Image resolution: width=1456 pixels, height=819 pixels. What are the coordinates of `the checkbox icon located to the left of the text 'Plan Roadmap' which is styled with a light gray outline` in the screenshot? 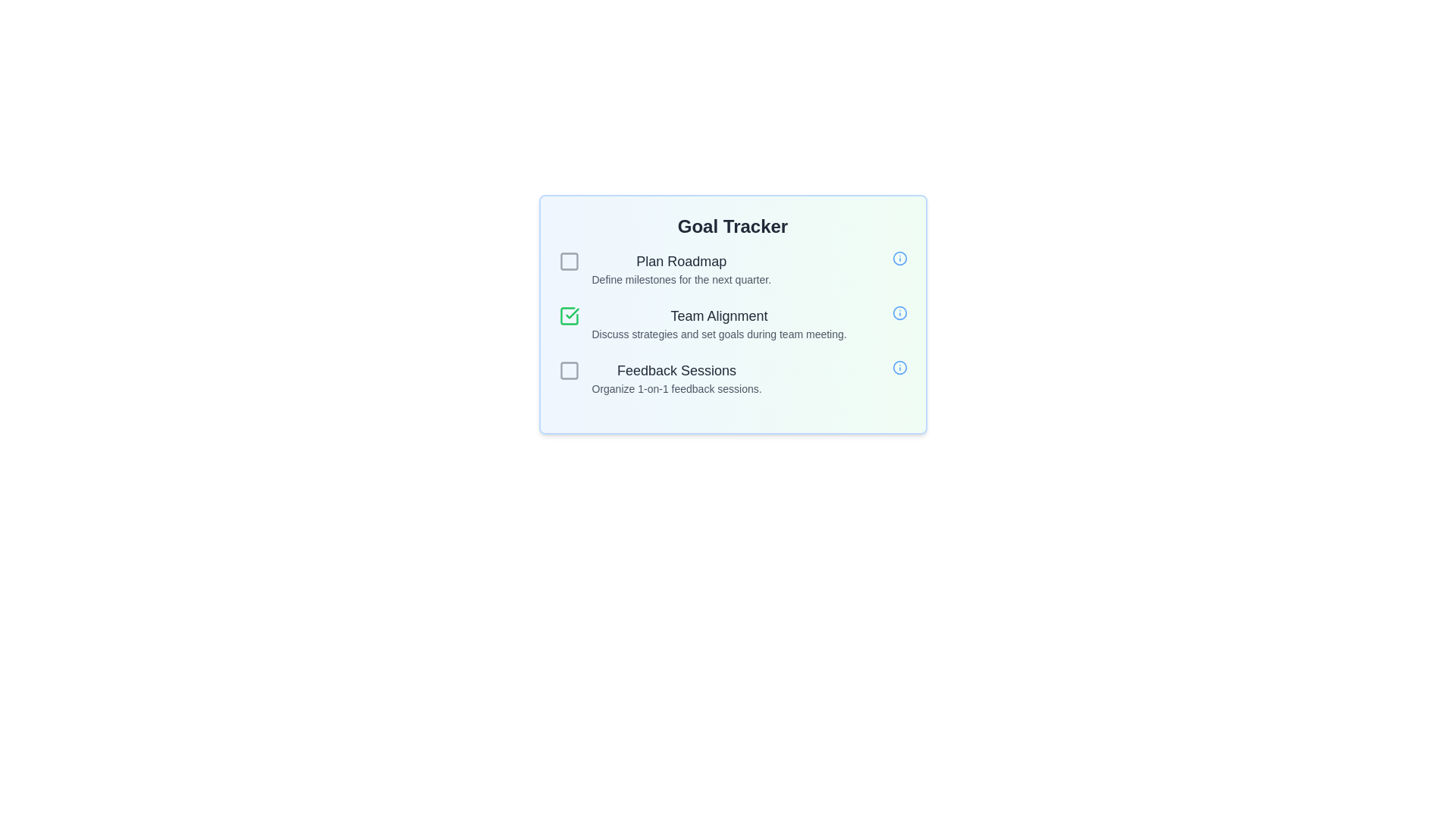 It's located at (568, 260).